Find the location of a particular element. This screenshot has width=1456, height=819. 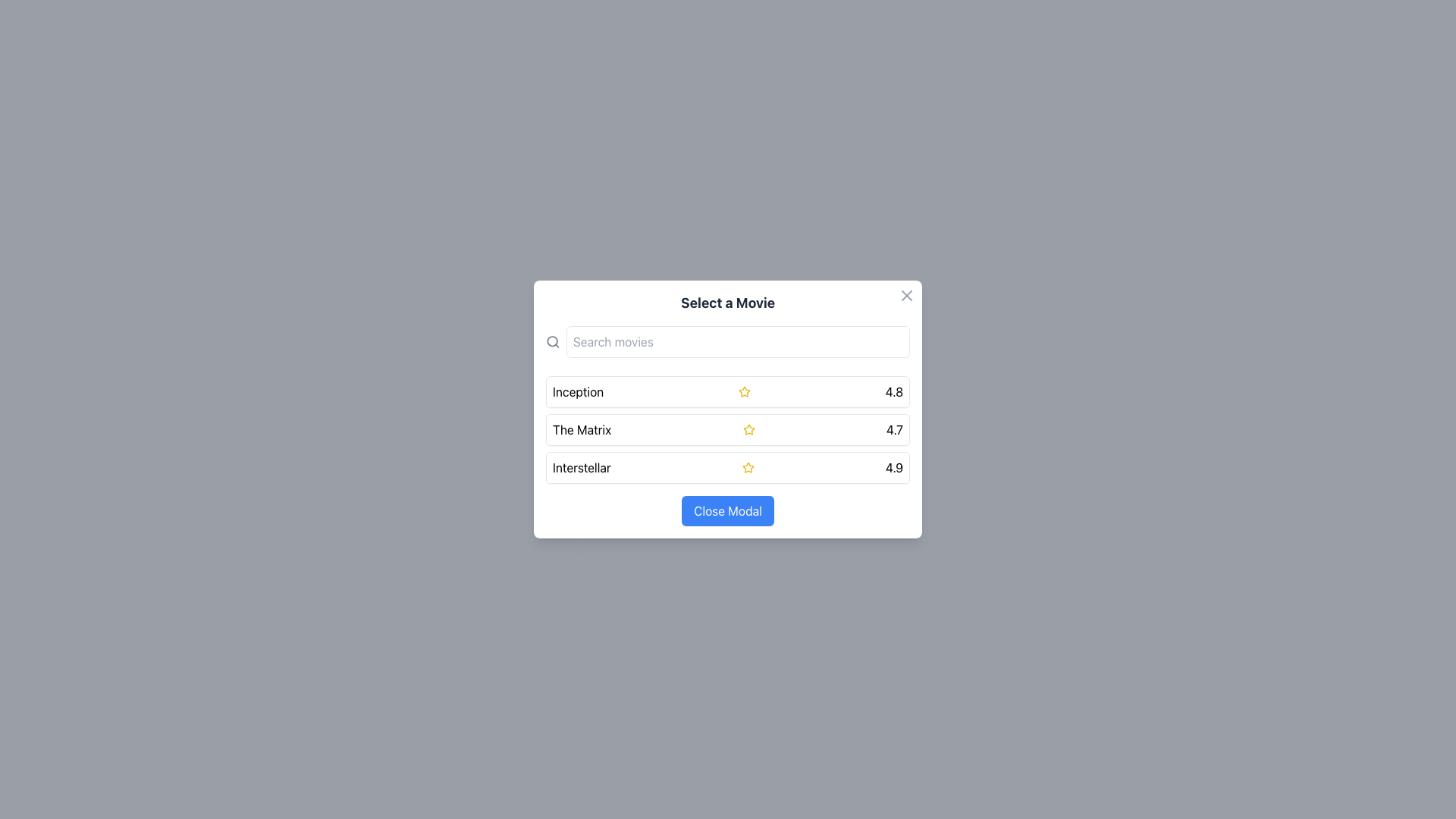

the movie title text label located at the top of the list in the modal window for potential interactions is located at coordinates (577, 391).